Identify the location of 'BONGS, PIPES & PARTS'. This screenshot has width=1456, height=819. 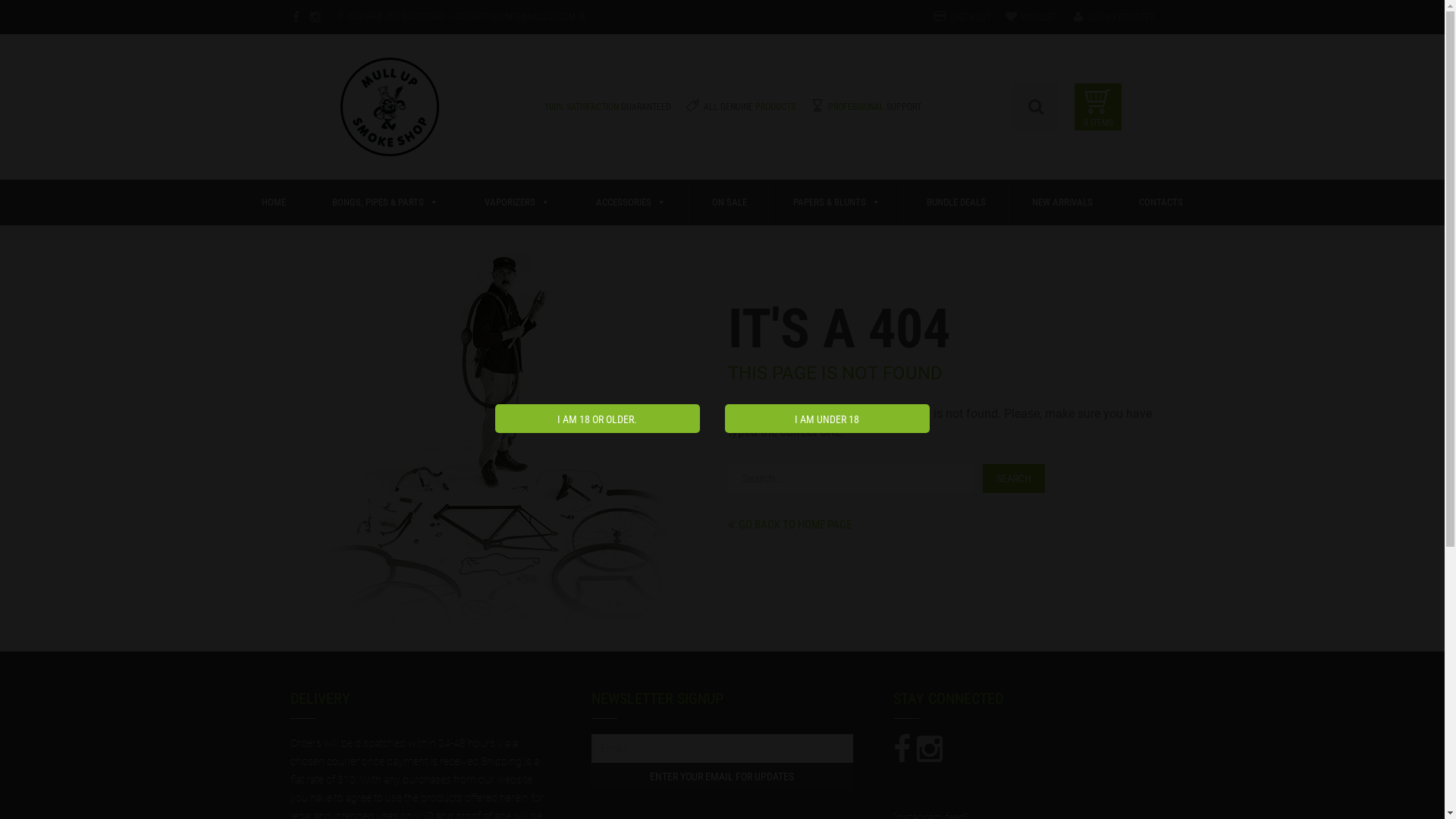
(385, 201).